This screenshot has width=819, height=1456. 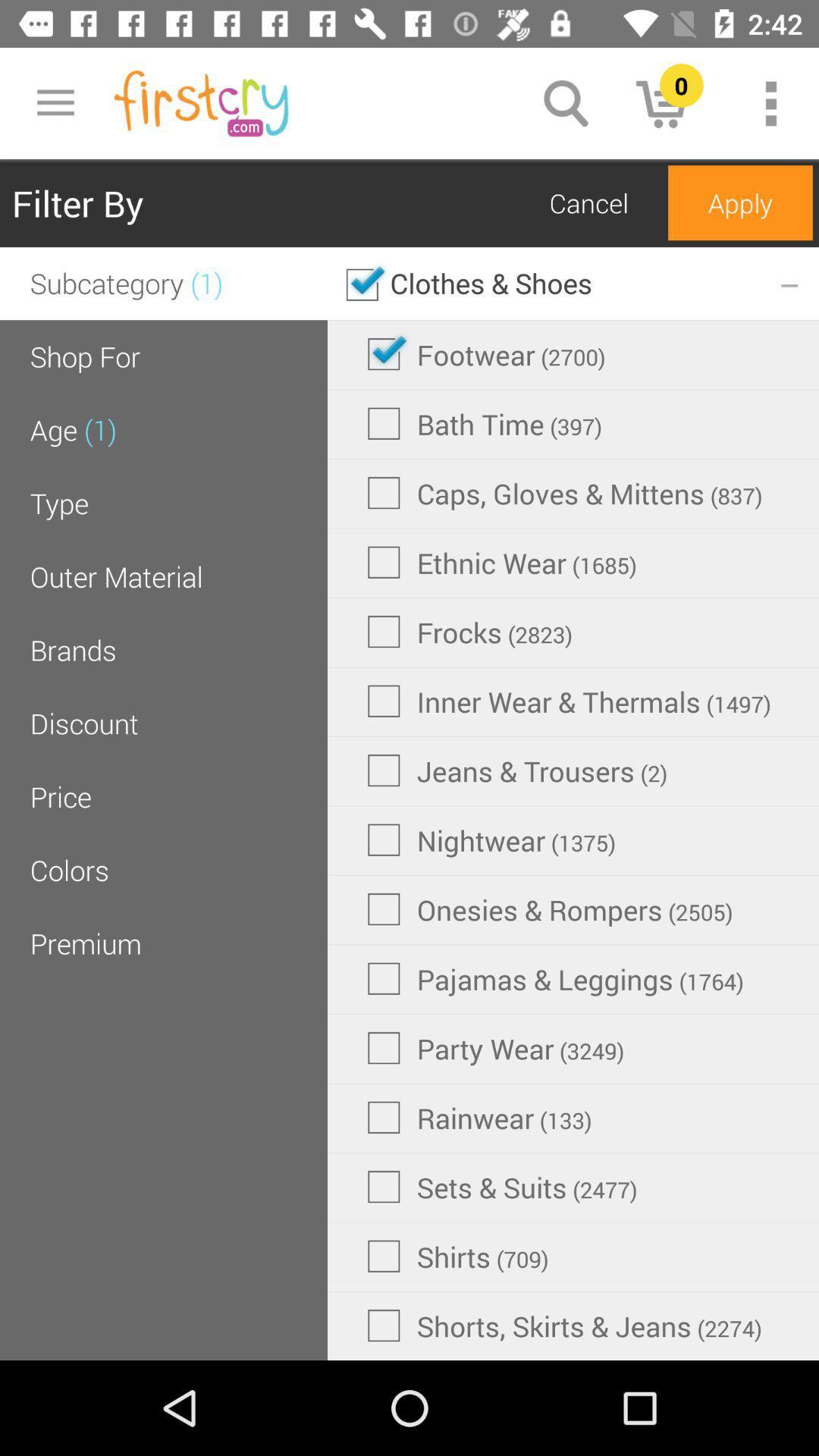 I want to click on the item to the left of the inner wear thermals icon, so click(x=84, y=723).